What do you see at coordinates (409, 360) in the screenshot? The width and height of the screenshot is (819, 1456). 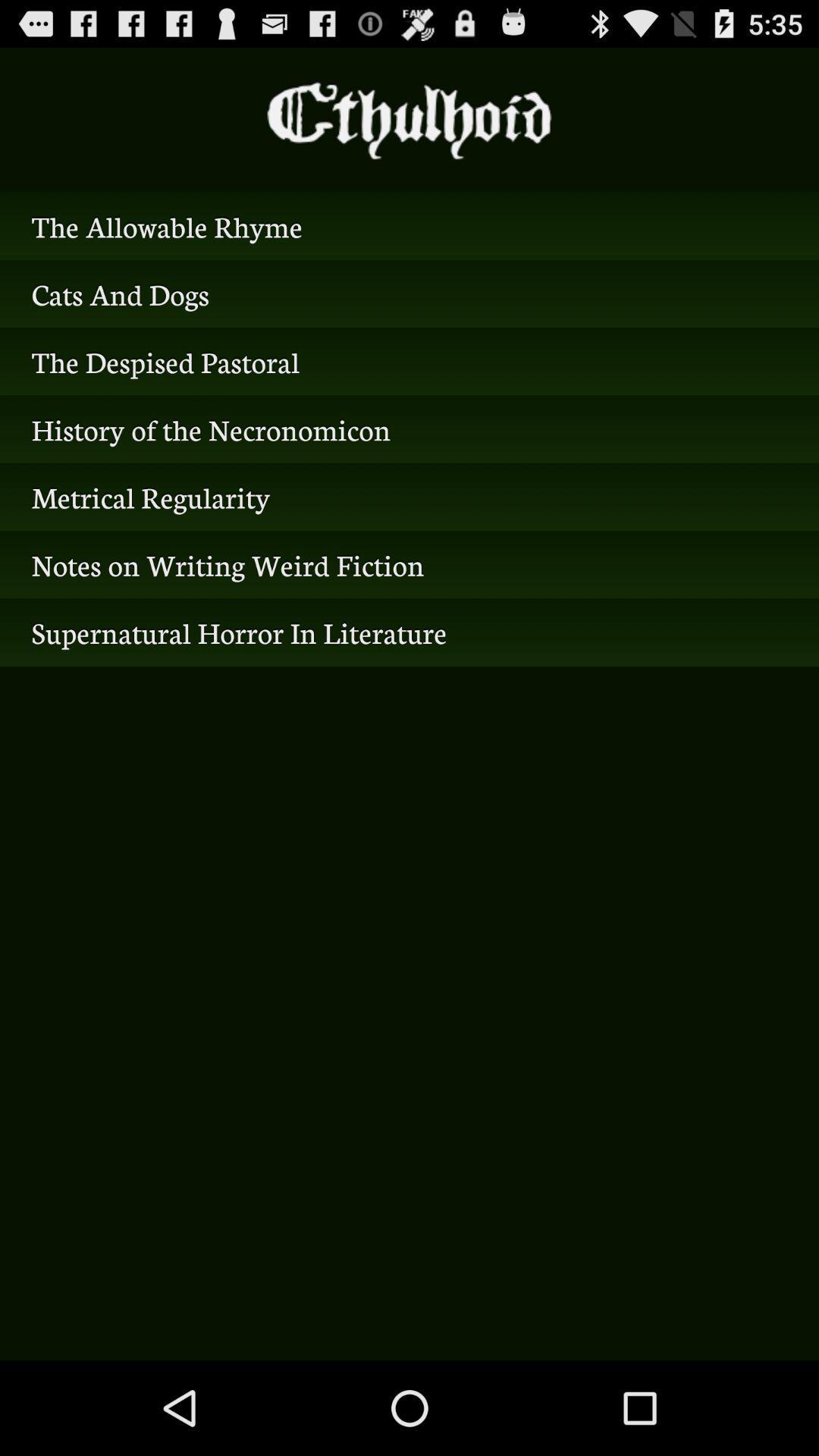 I see `the item above the history of the item` at bounding box center [409, 360].